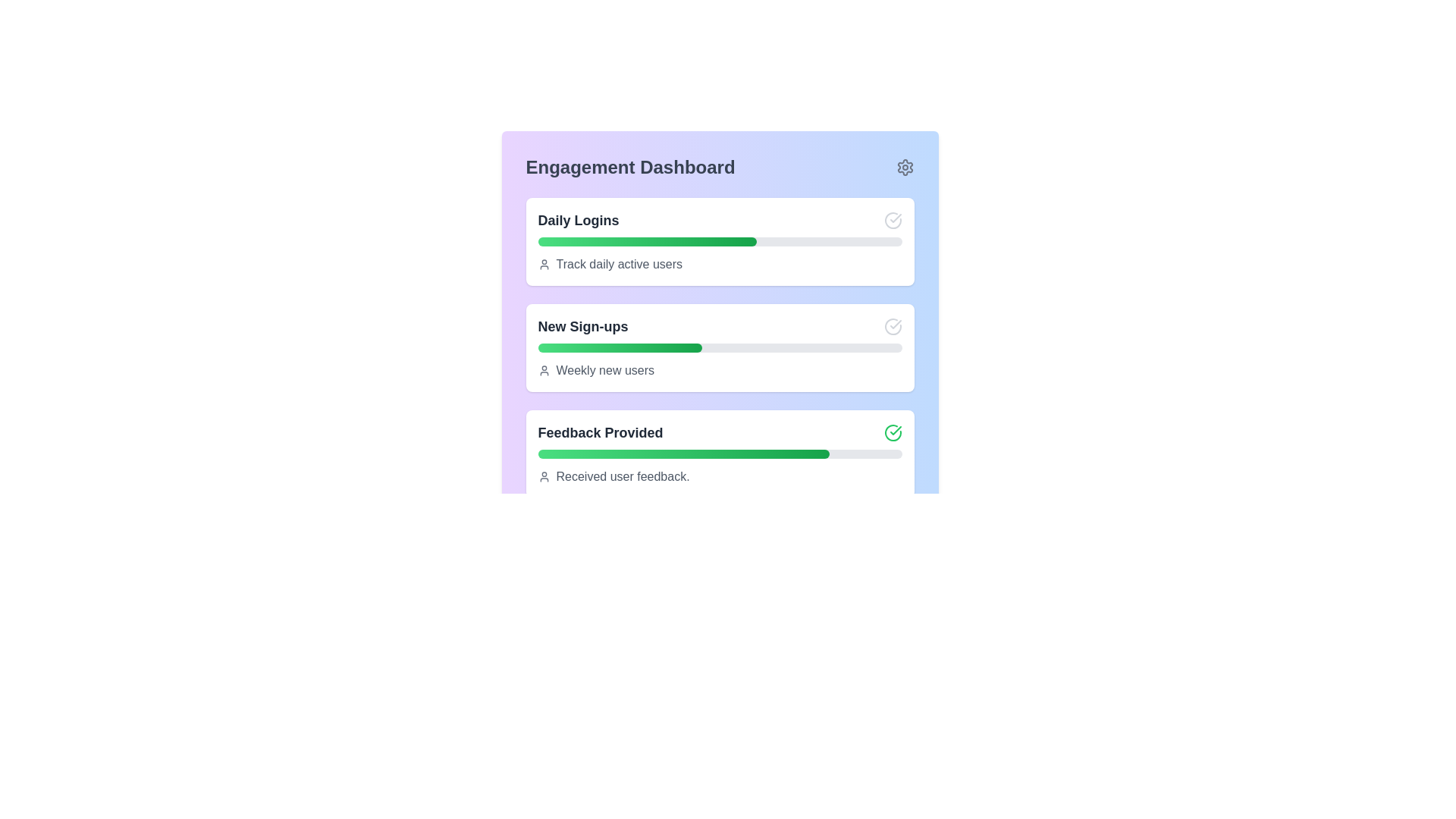 Image resolution: width=1456 pixels, height=819 pixels. What do you see at coordinates (719, 167) in the screenshot?
I see `the header of the dashboard, which includes an interactive gear icon on the right side` at bounding box center [719, 167].